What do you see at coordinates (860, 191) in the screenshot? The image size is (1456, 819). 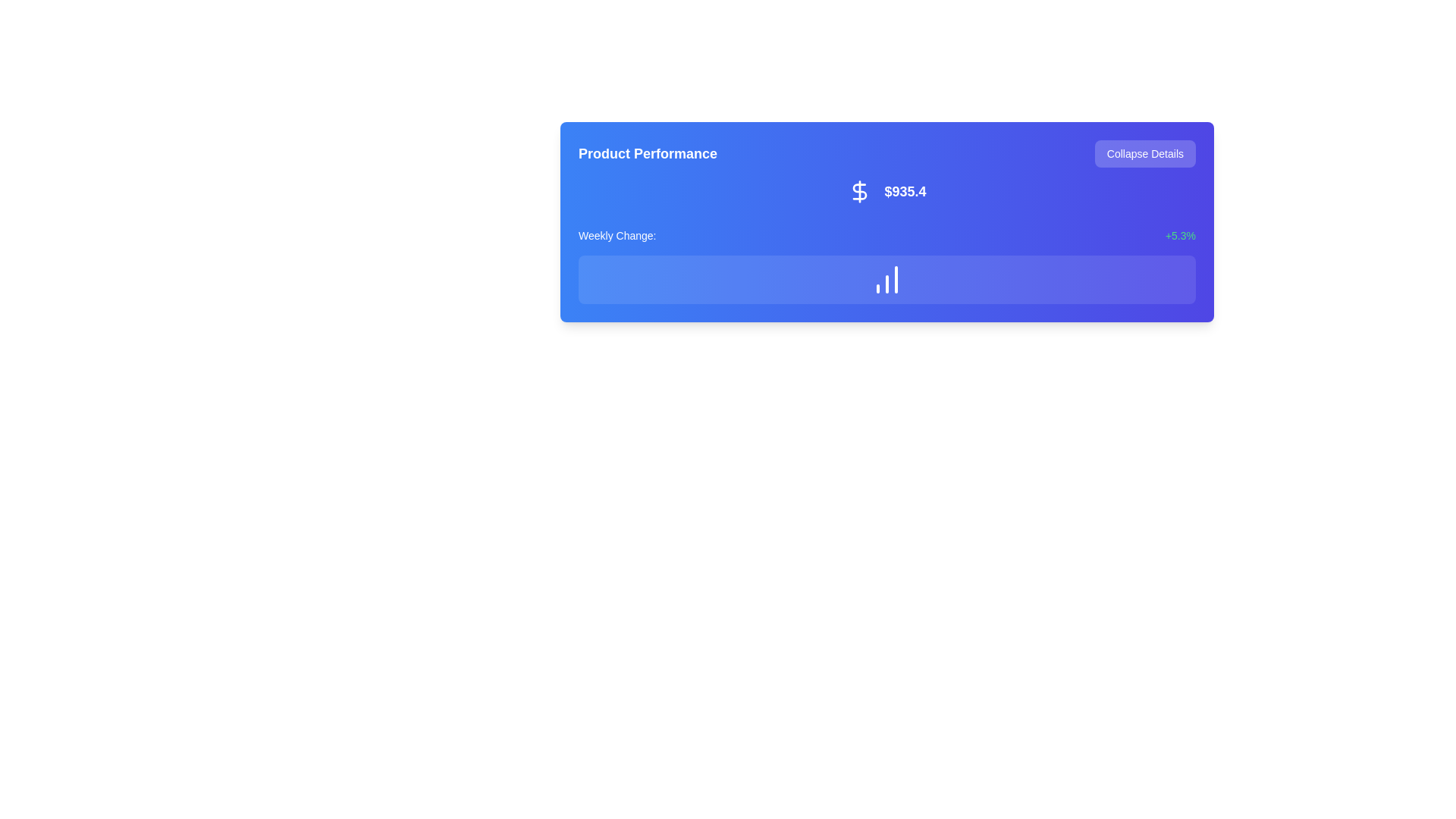 I see `the design of the dollar sign icon, which is located on the top right part of the user interface, directly to the left of the text displaying '$935.4'` at bounding box center [860, 191].